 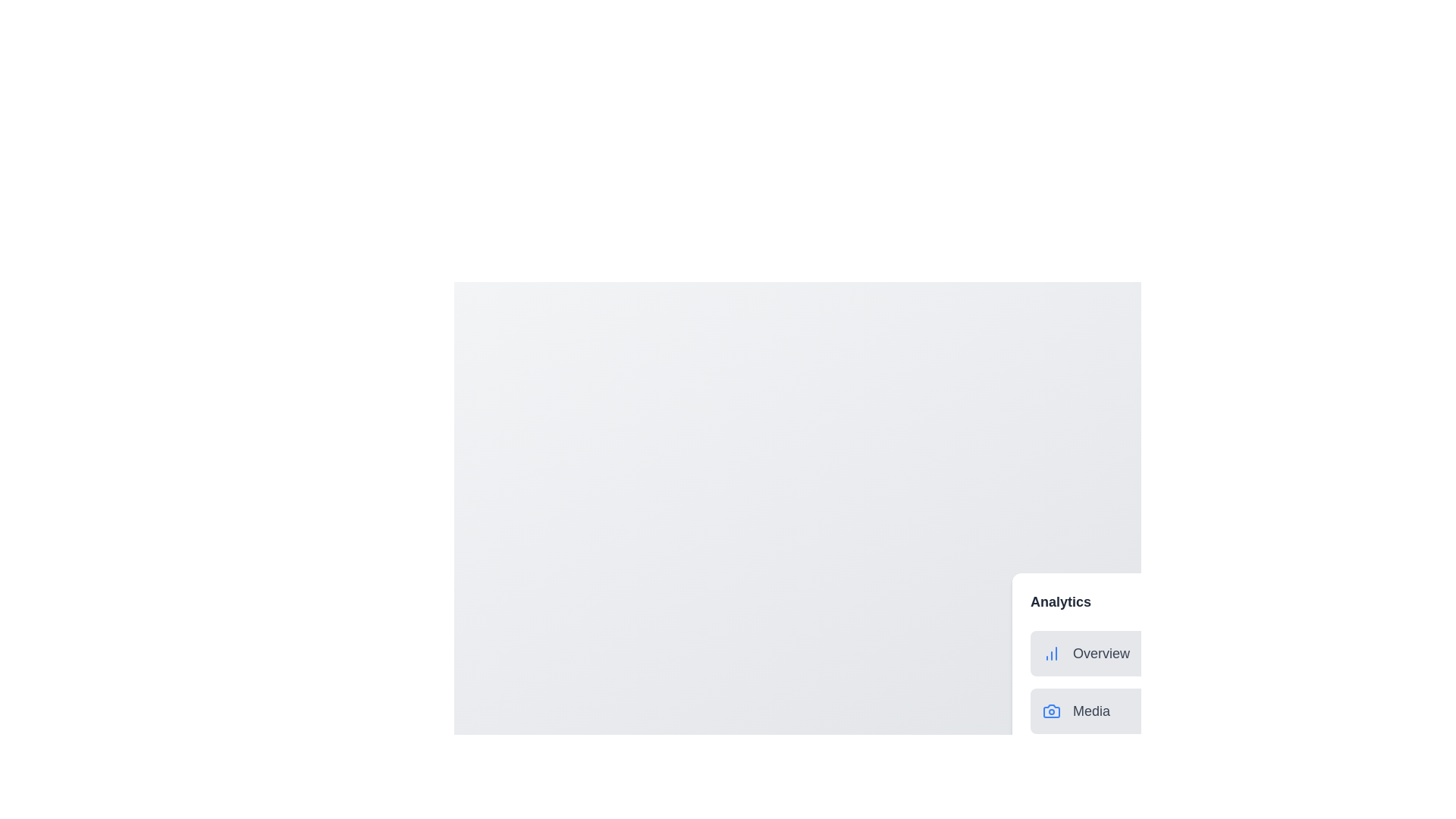 What do you see at coordinates (1072, 711) in the screenshot?
I see `the section titled Media` at bounding box center [1072, 711].